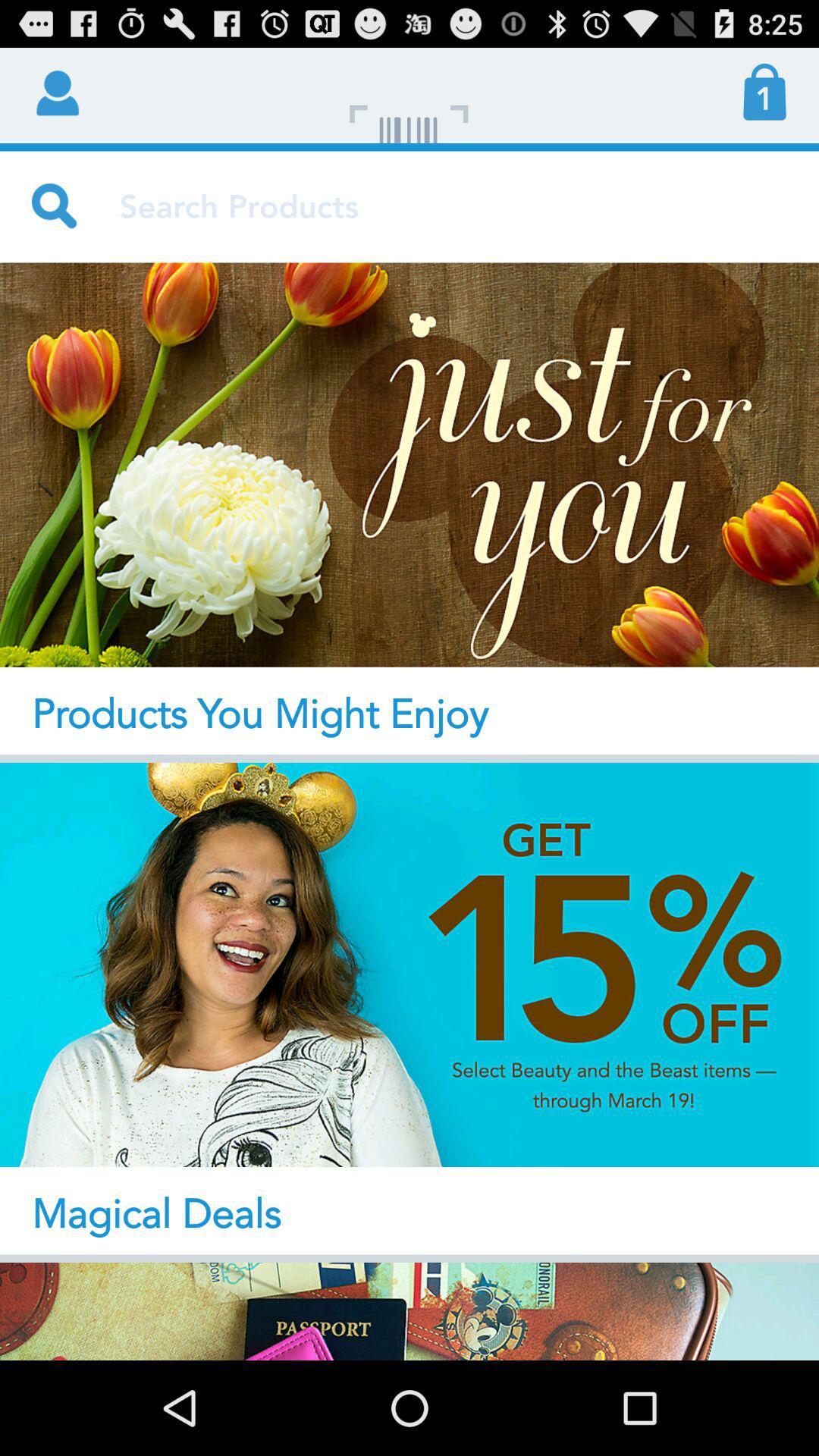  I want to click on the item to the left of 1 icon, so click(409, 94).